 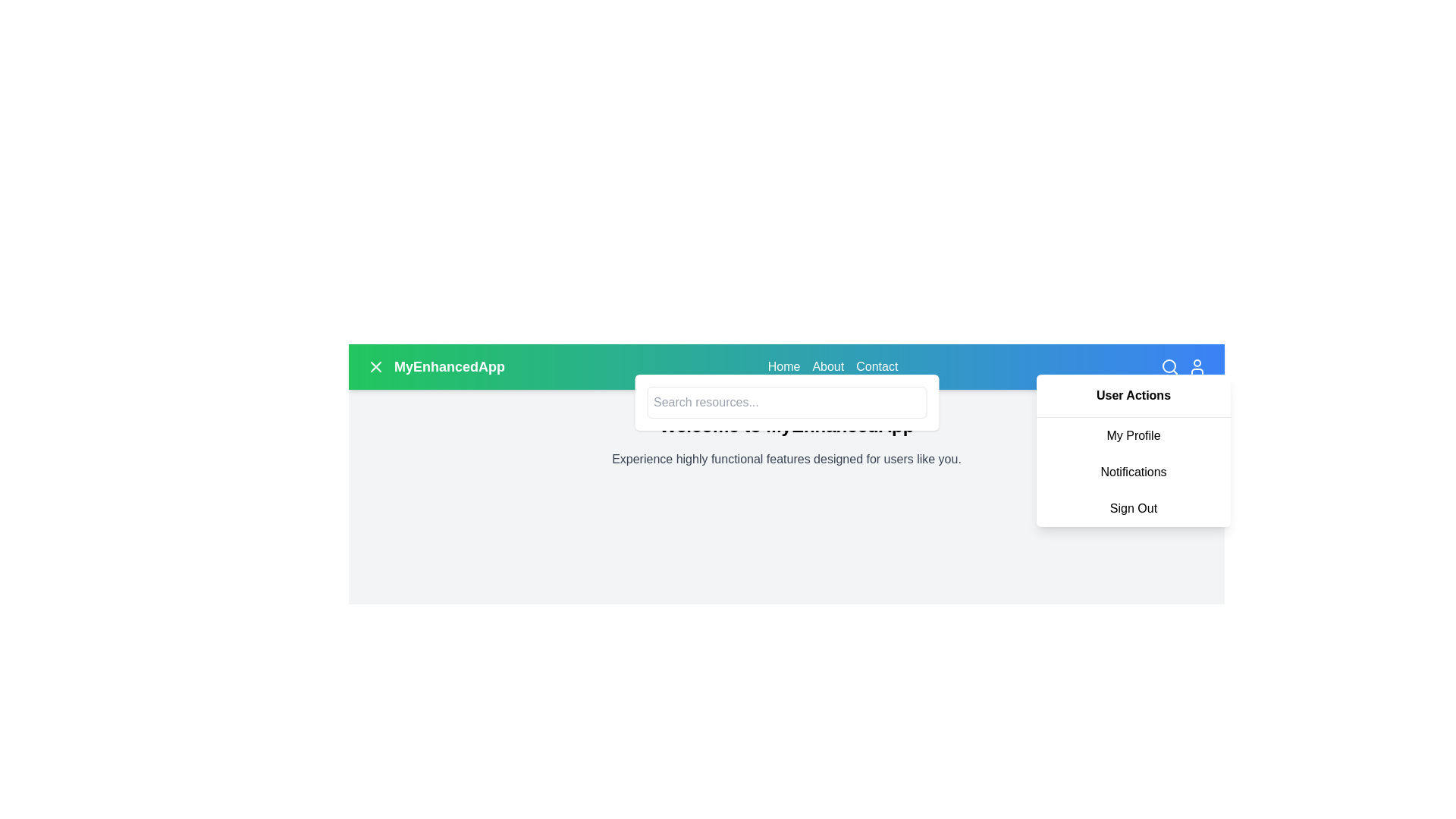 What do you see at coordinates (783, 366) in the screenshot?
I see `the navigation link located in the header, which is the first option in the horizontal menu` at bounding box center [783, 366].